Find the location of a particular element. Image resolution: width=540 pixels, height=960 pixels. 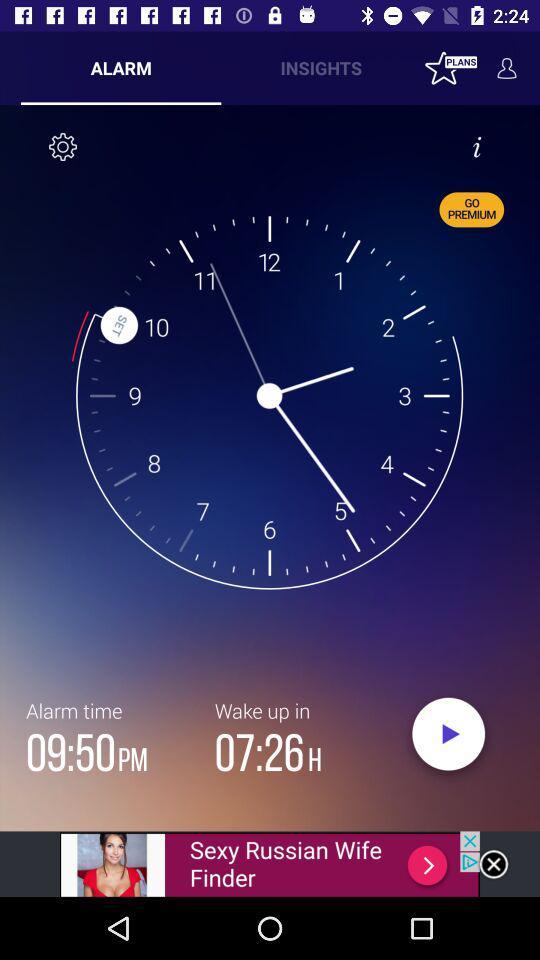

for play is located at coordinates (448, 738).